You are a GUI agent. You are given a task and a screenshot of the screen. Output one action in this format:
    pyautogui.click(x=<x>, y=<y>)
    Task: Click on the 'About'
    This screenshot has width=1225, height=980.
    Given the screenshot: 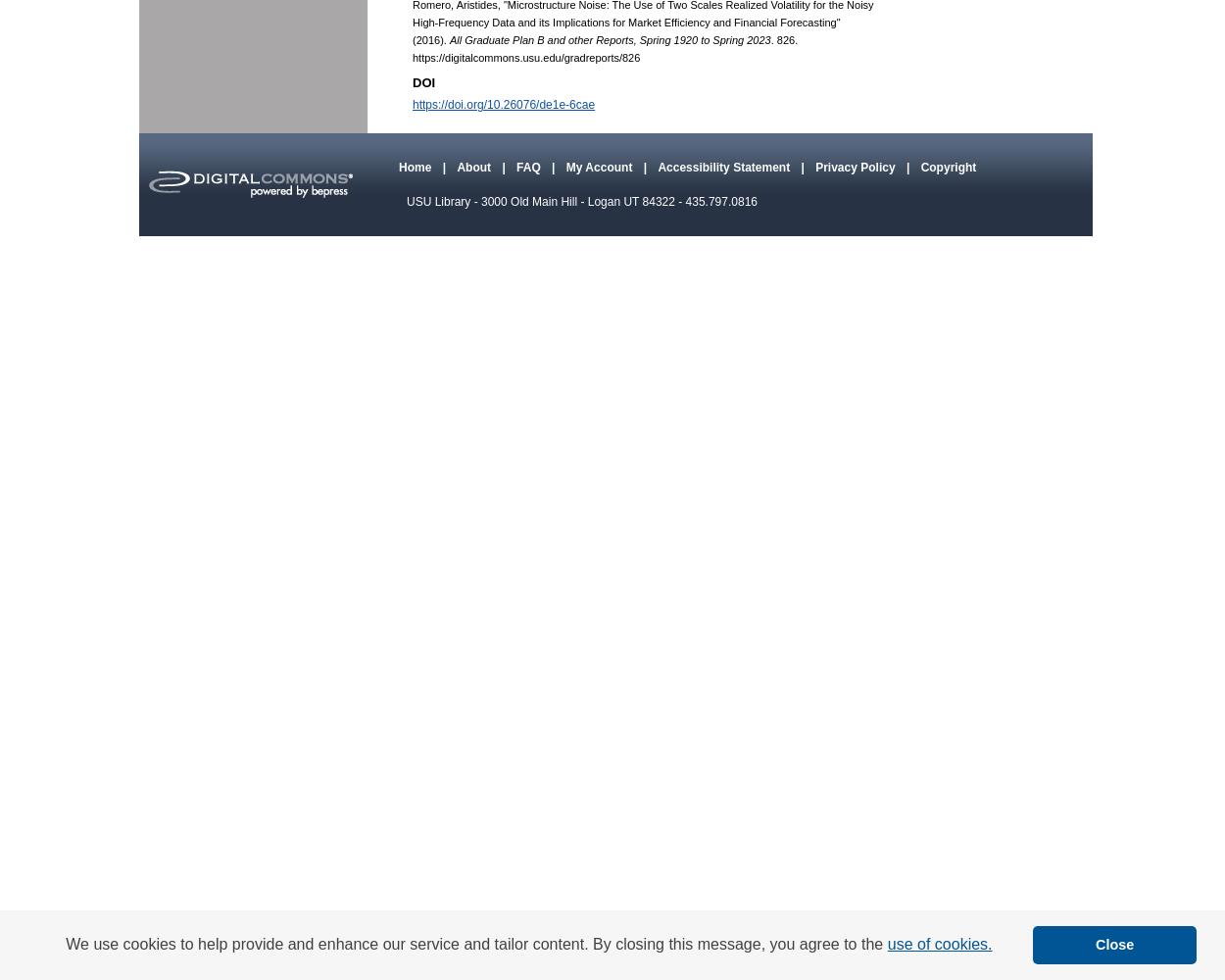 What is the action you would take?
    pyautogui.click(x=474, y=168)
    